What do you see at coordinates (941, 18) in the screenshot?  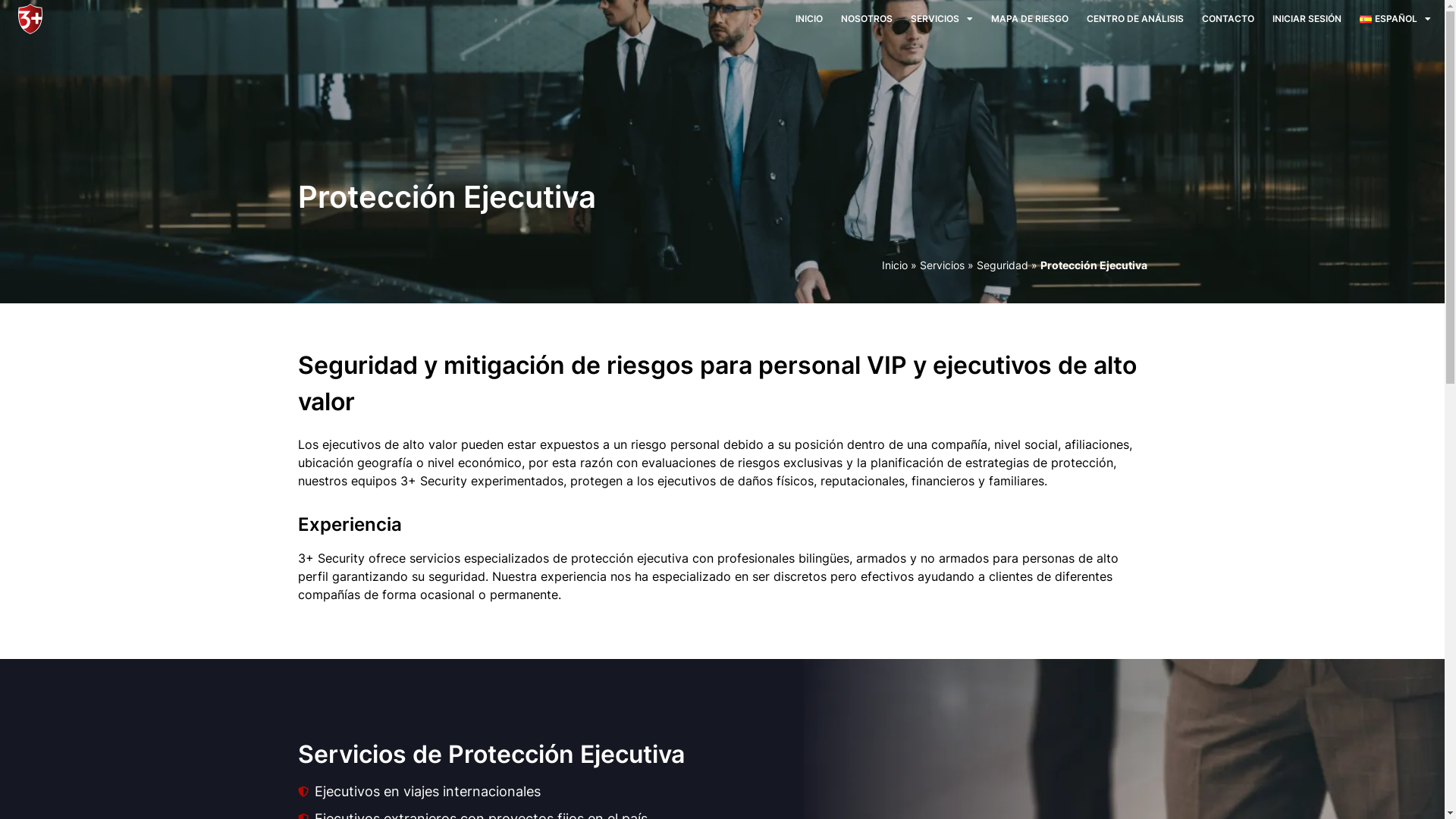 I see `'SERVICIOS'` at bounding box center [941, 18].